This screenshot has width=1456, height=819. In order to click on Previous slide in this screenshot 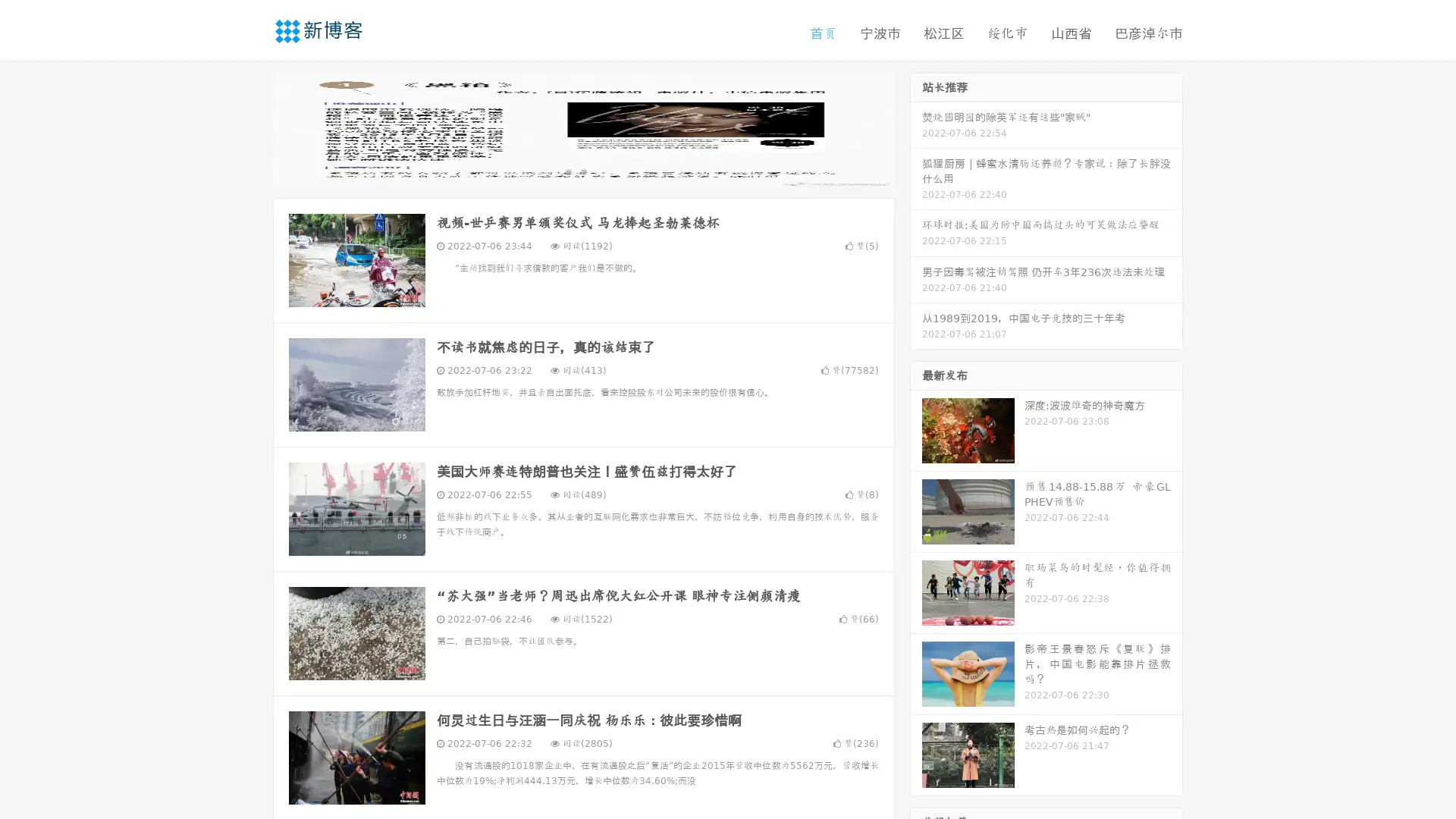, I will do `click(250, 127)`.